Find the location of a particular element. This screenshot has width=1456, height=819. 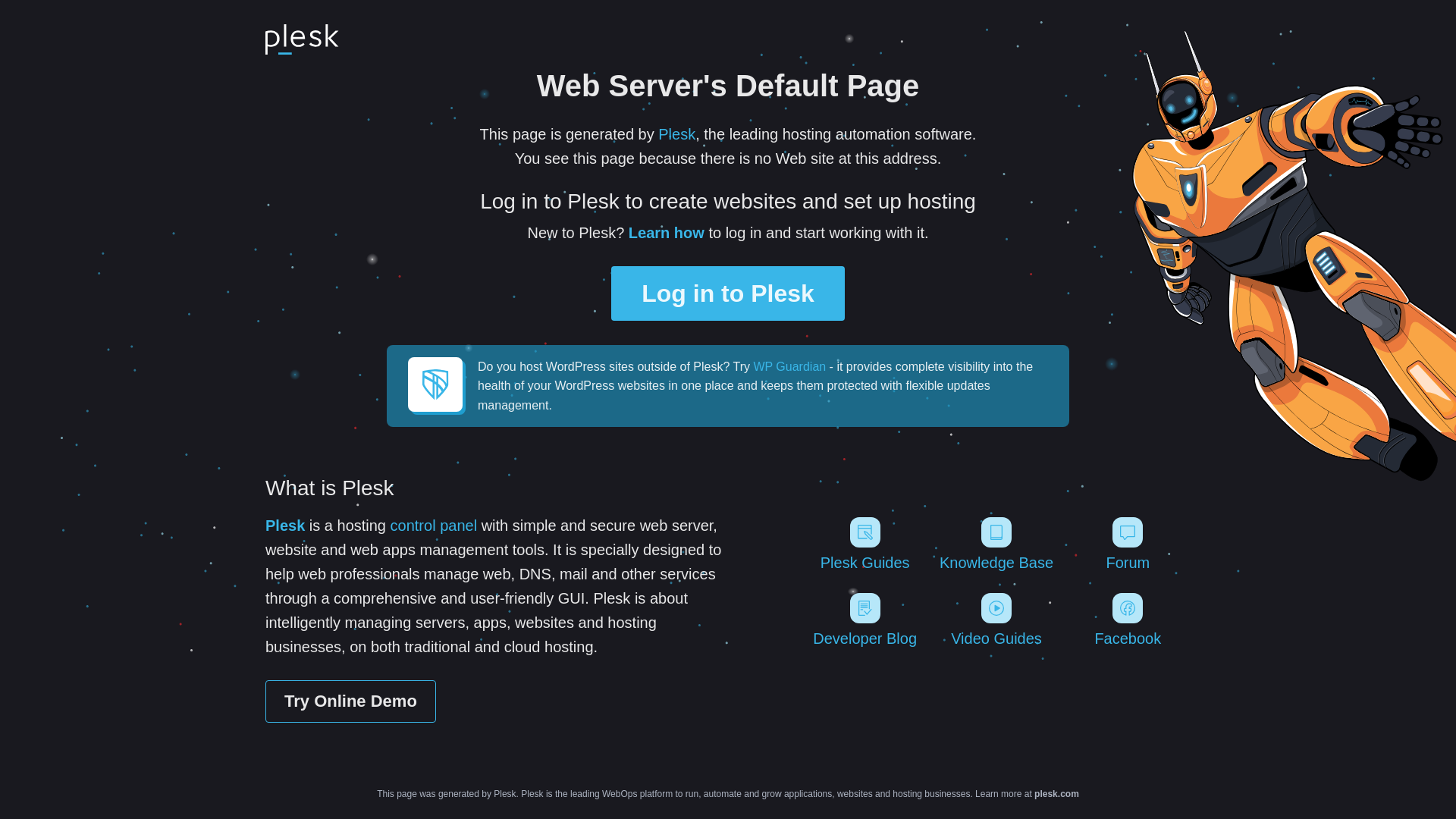

'control panel' is located at coordinates (433, 525).